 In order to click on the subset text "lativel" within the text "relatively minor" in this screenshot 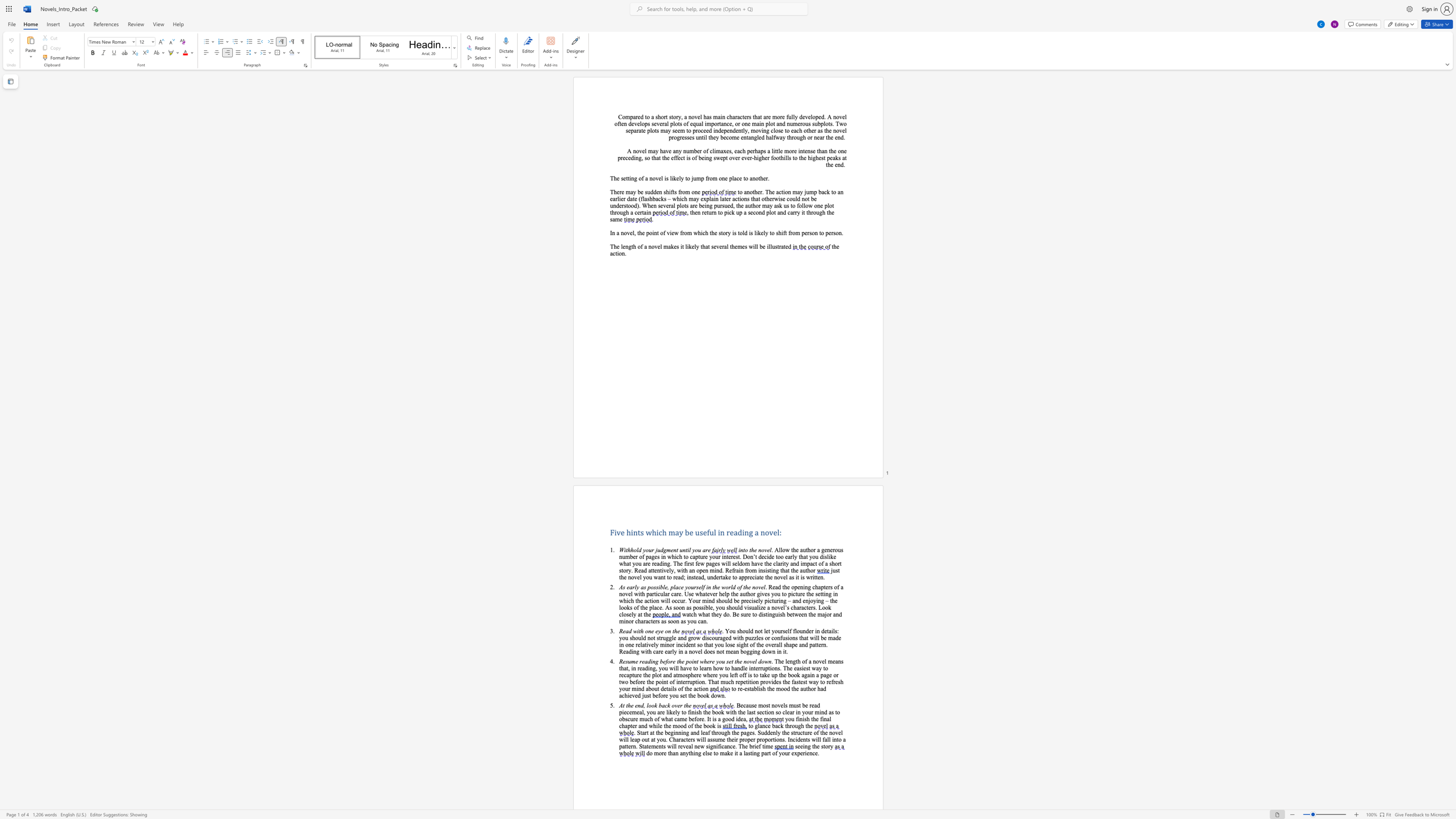, I will do `click(640, 644)`.